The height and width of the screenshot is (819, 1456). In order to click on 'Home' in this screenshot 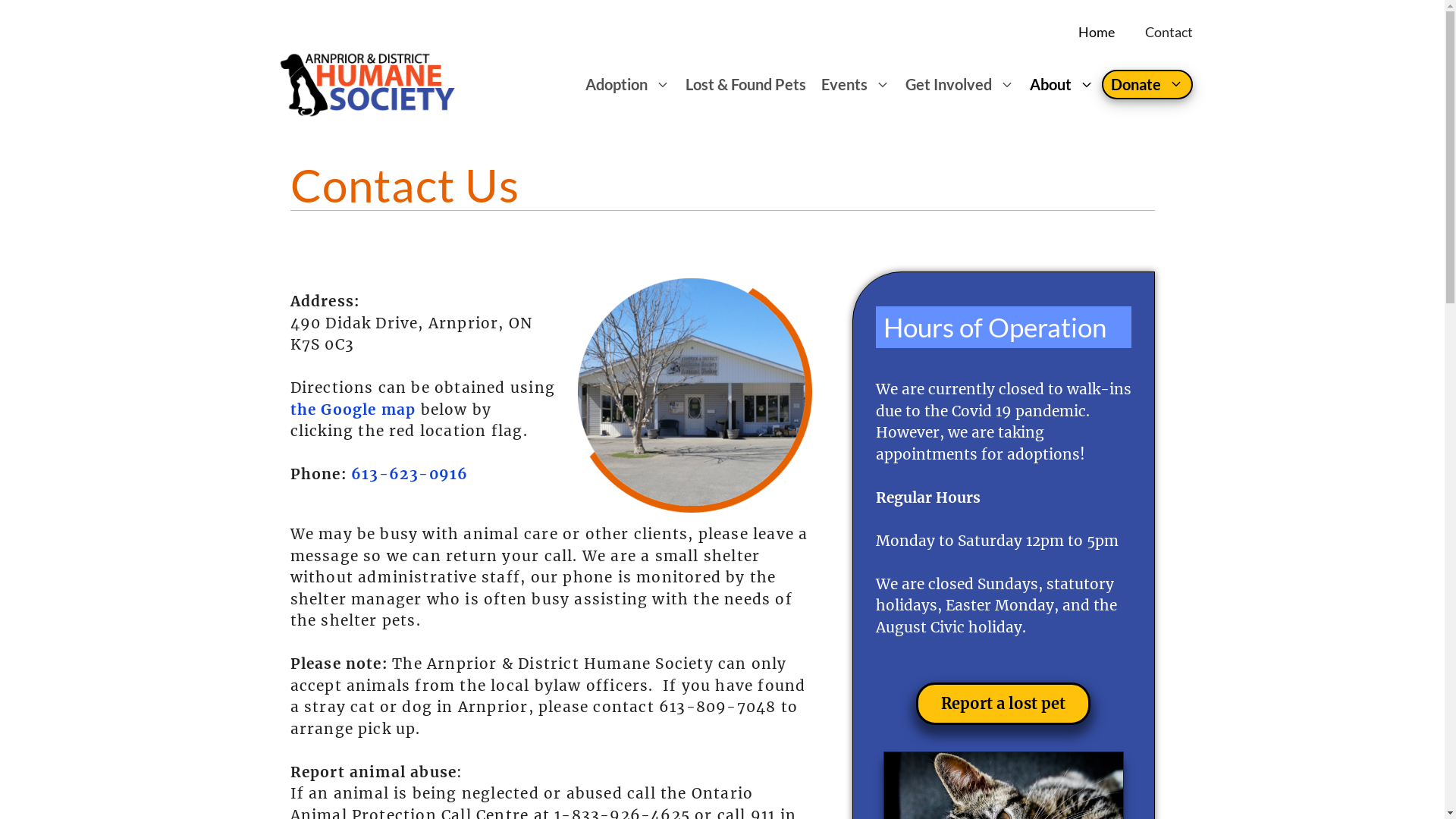, I will do `click(1096, 32)`.